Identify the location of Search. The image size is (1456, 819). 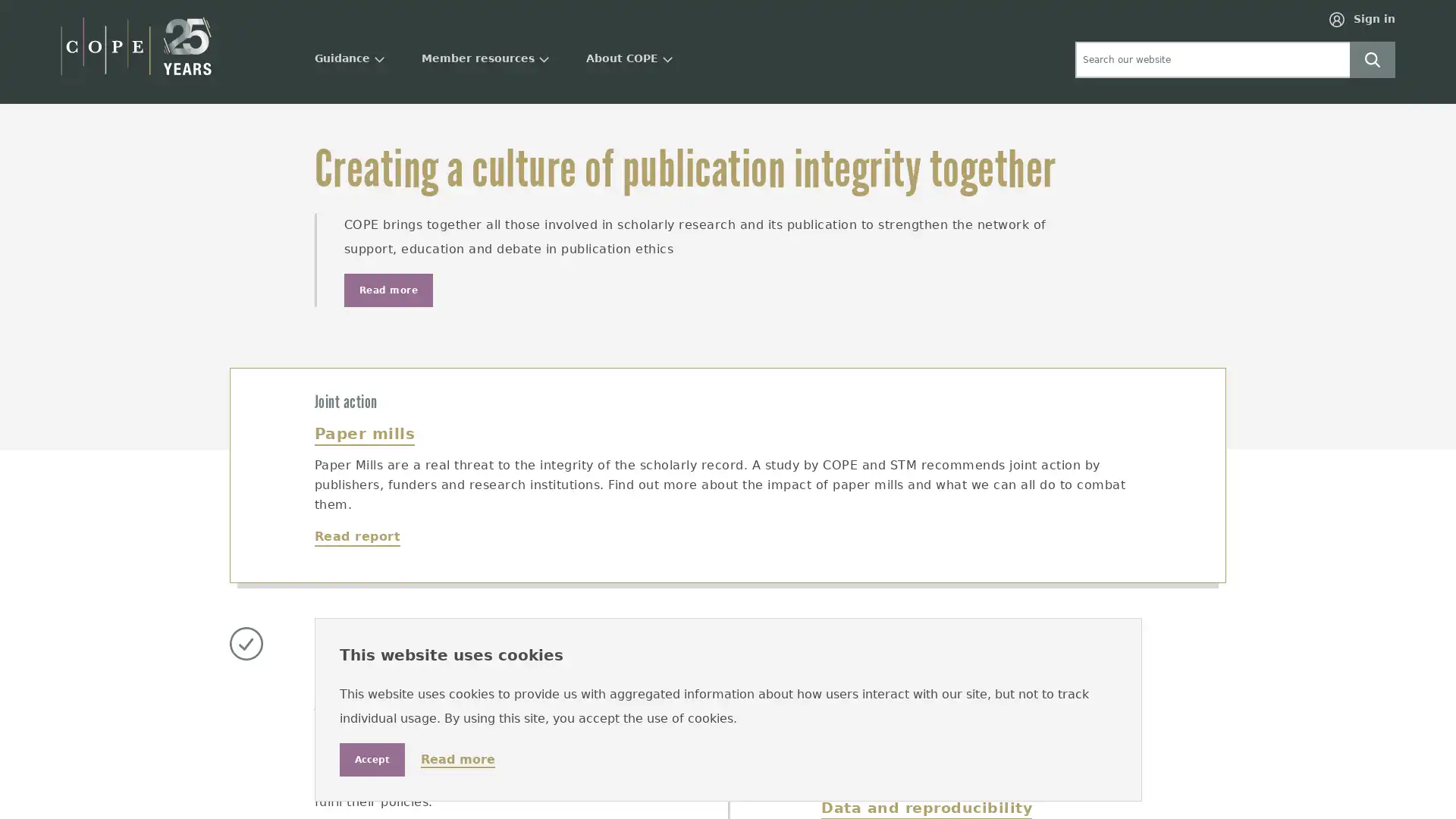
(1372, 58).